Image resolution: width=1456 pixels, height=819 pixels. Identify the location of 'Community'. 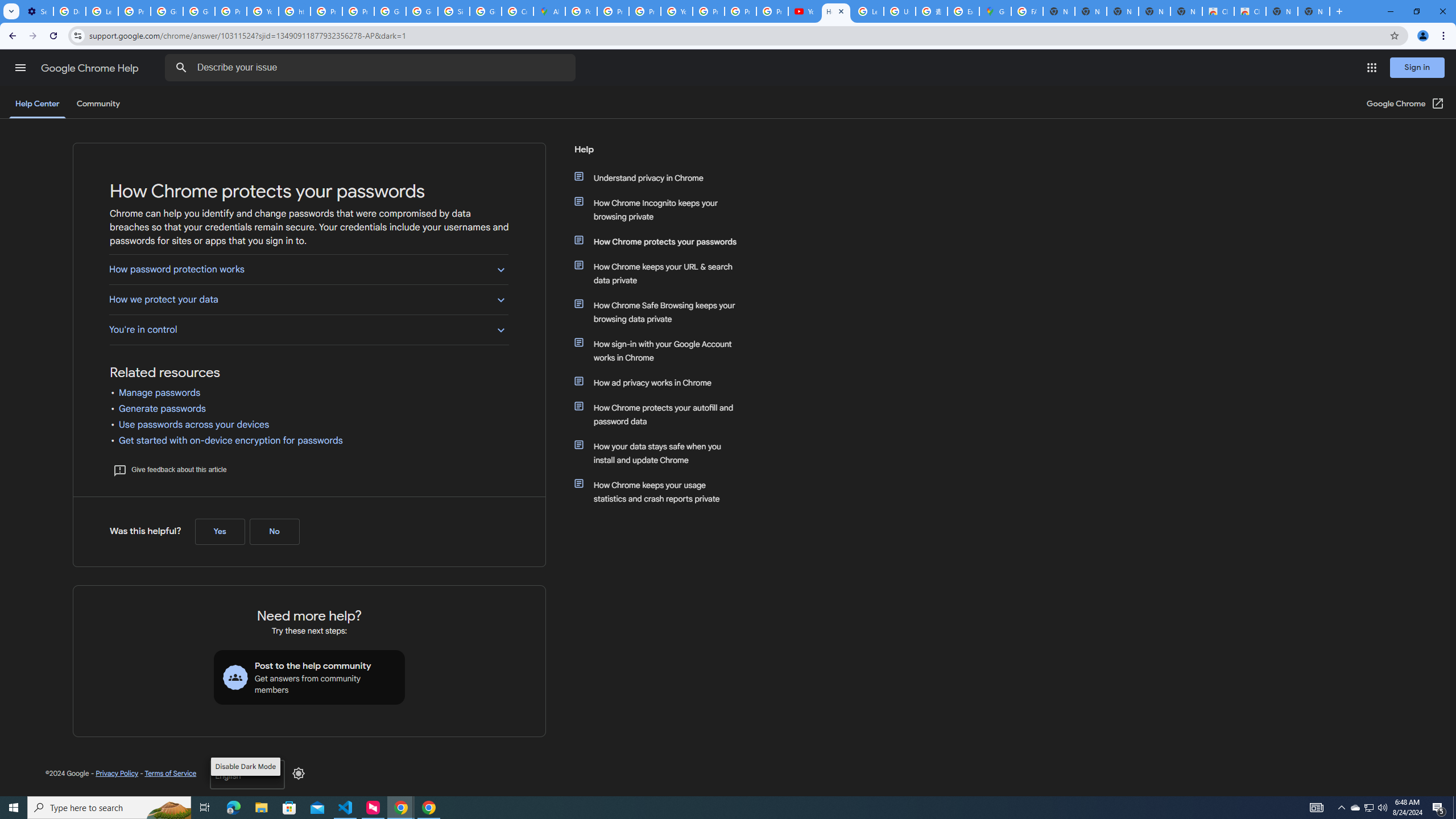
(97, 103).